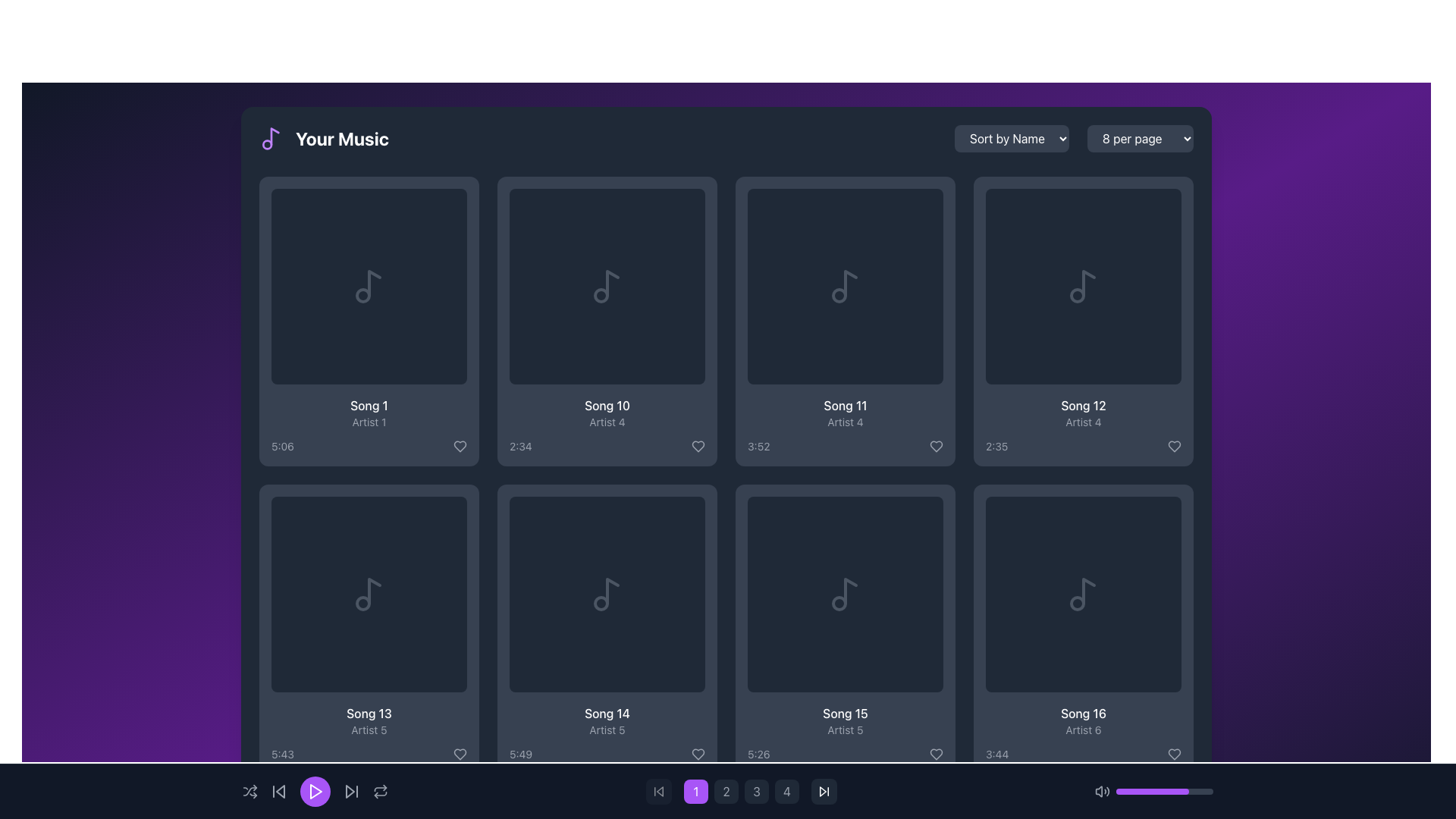 The height and width of the screenshot is (819, 1456). I want to click on the music track card displaying the title, artist, and duration, located, so click(1083, 629).